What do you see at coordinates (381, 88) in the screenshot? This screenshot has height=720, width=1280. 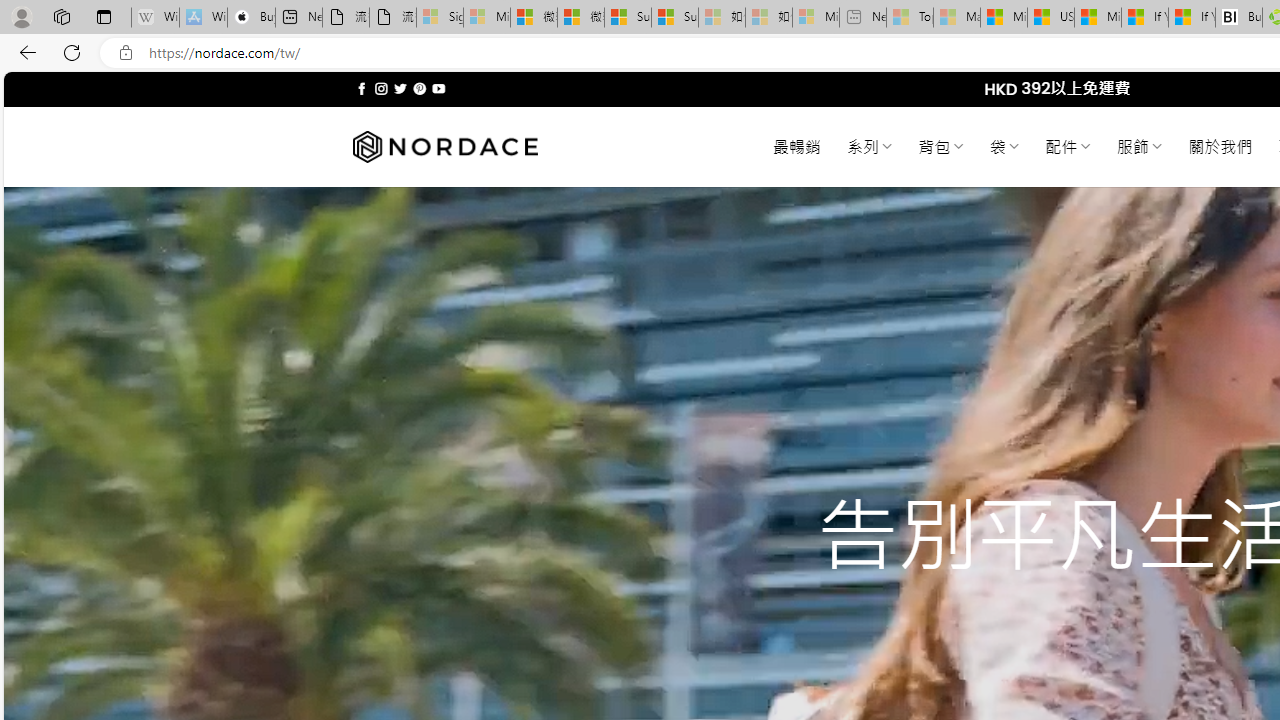 I see `'Follow on Instagram'` at bounding box center [381, 88].